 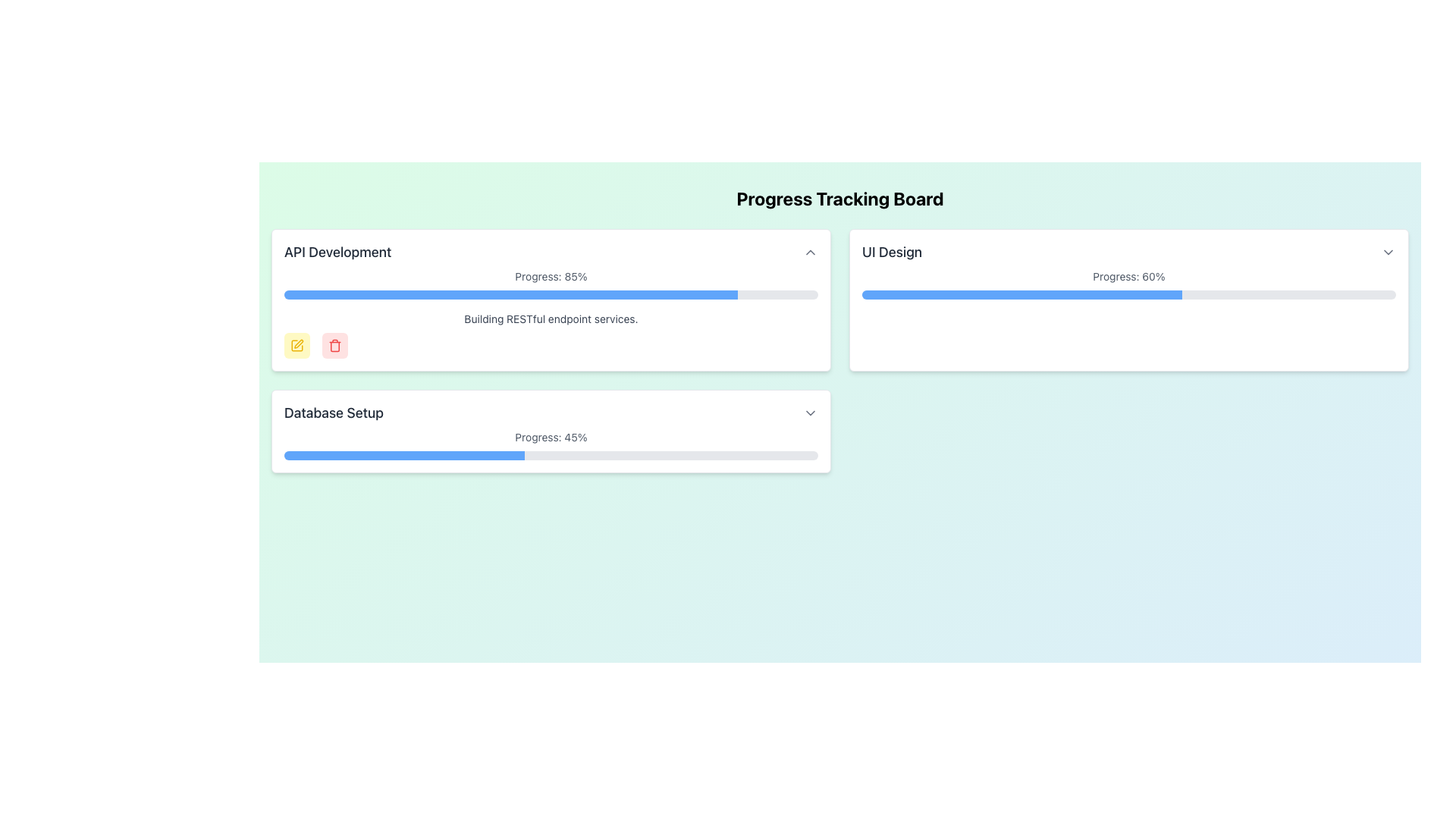 What do you see at coordinates (550, 318) in the screenshot?
I see `the text label that describes the current task or focus of the 'API Development' section, located between the blue progress bar and two interactive buttons` at bounding box center [550, 318].